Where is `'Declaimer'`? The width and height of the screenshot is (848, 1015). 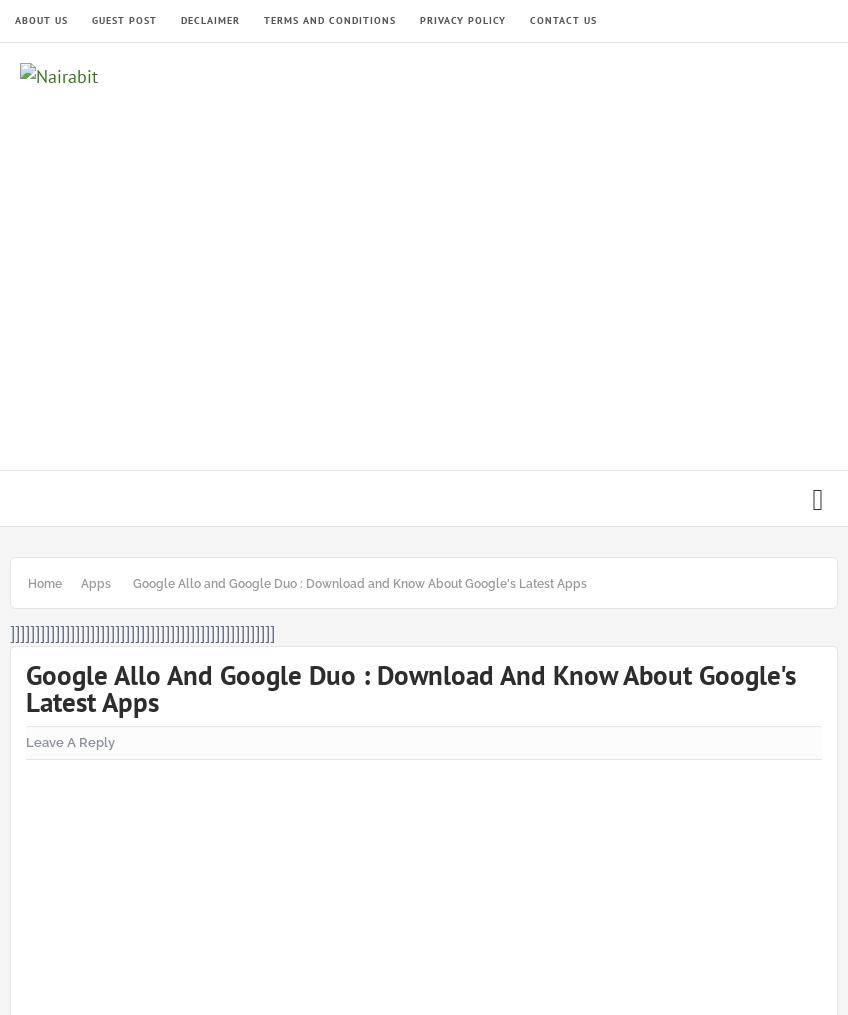 'Declaimer' is located at coordinates (210, 19).